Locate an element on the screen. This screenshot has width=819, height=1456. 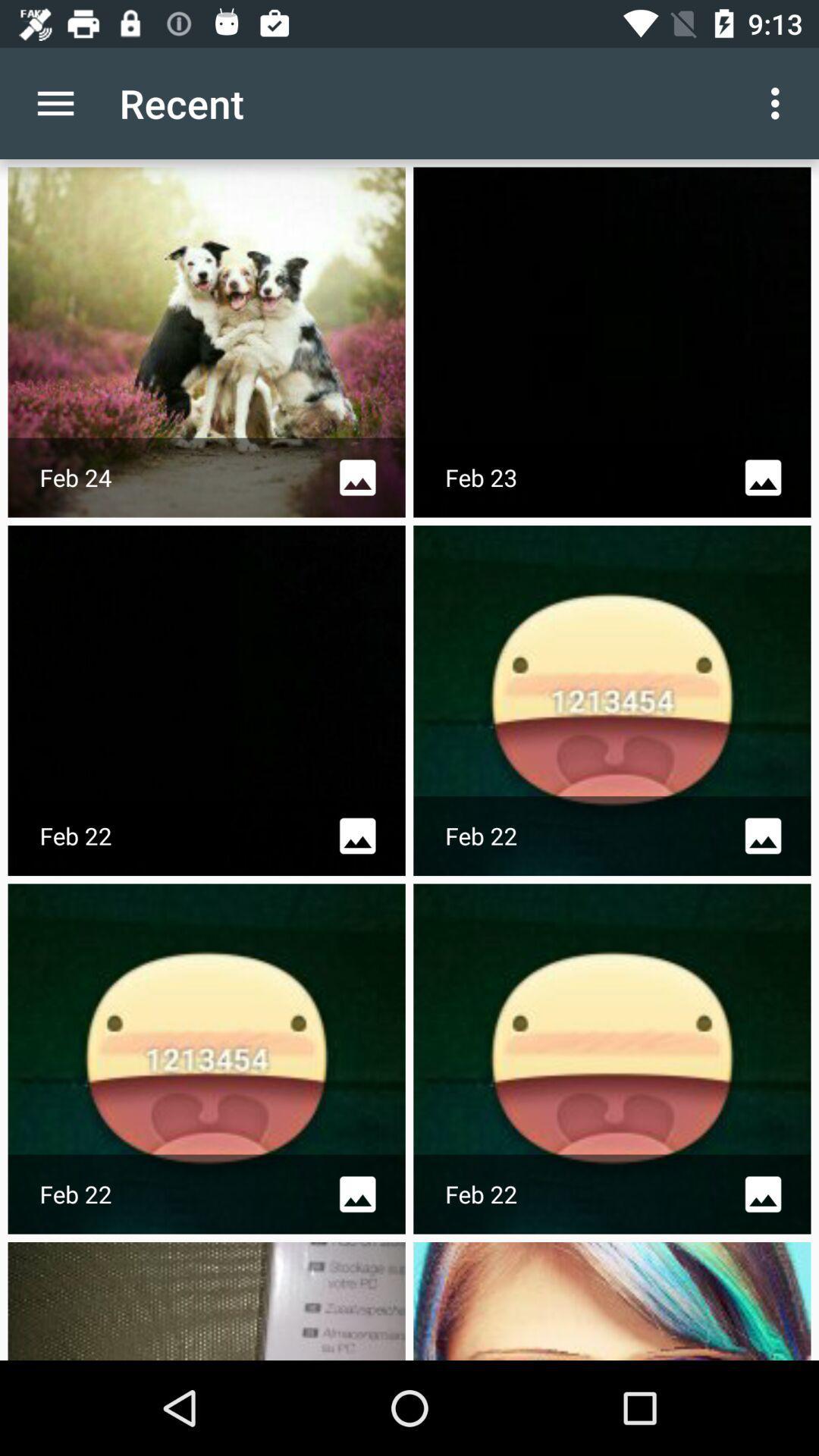
app to the right of the recent icon is located at coordinates (779, 102).